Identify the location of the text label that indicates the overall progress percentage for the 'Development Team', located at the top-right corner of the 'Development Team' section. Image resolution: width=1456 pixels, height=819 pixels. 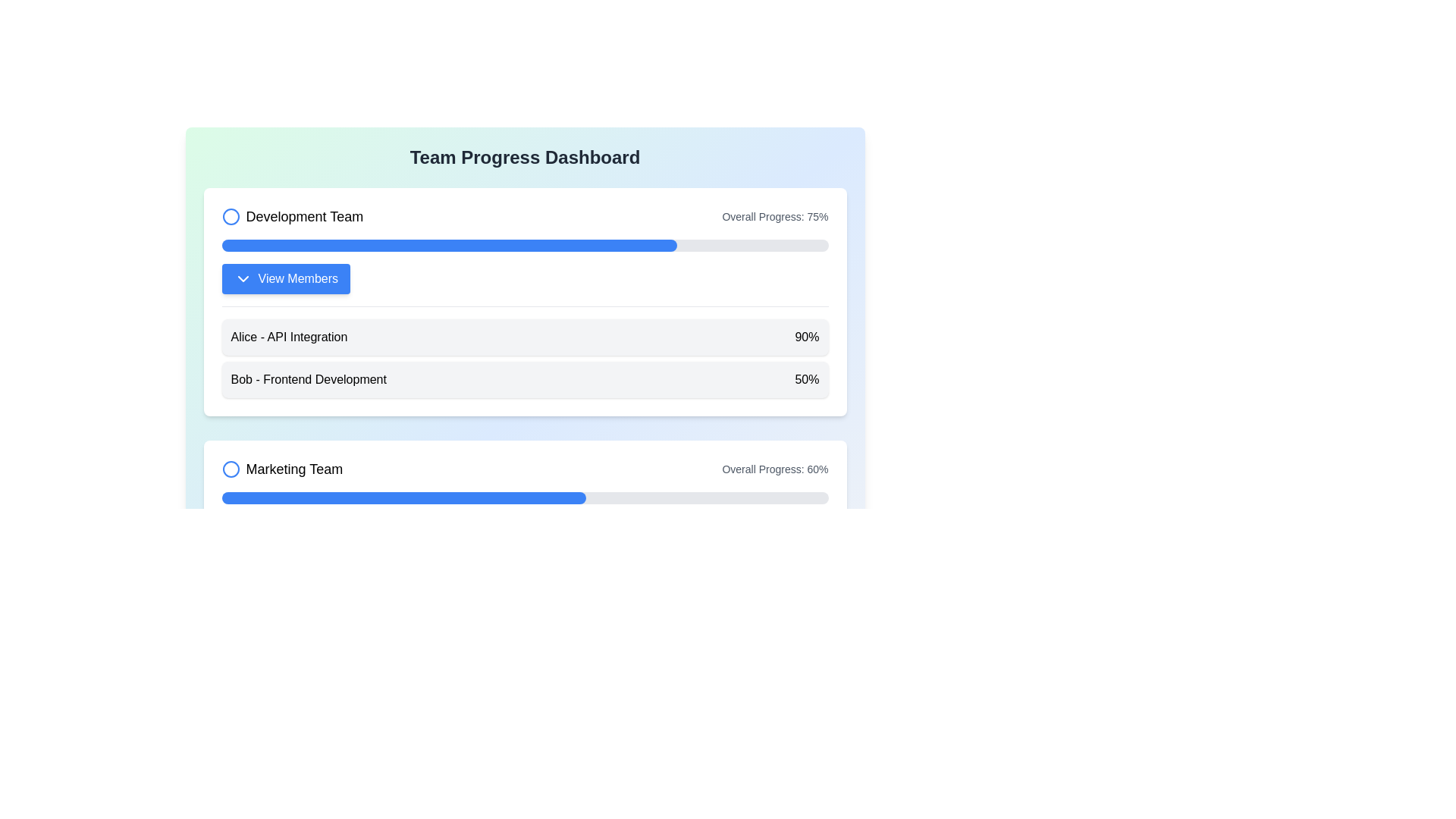
(775, 216).